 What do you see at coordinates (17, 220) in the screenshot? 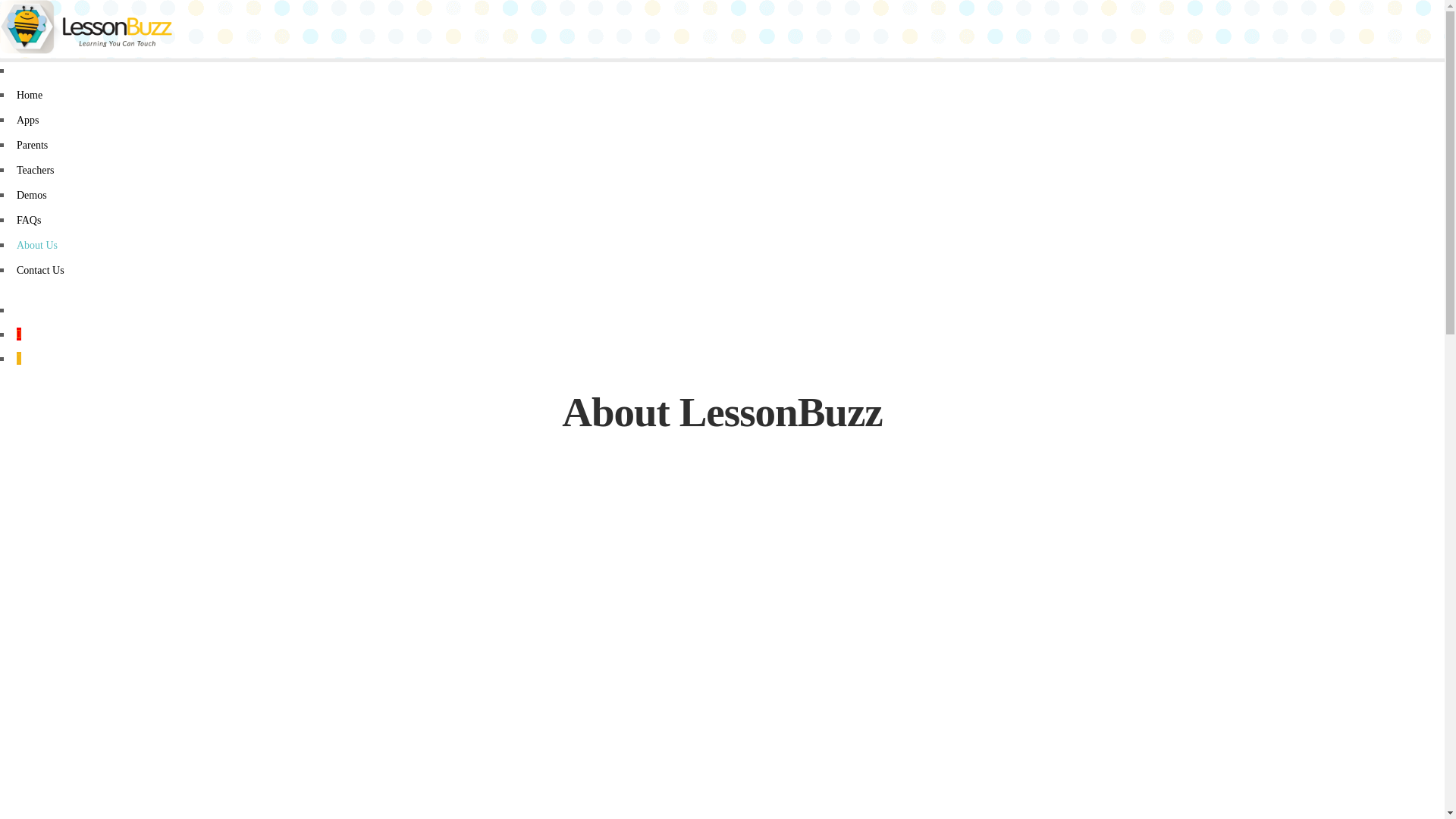
I see `'FAQs'` at bounding box center [17, 220].